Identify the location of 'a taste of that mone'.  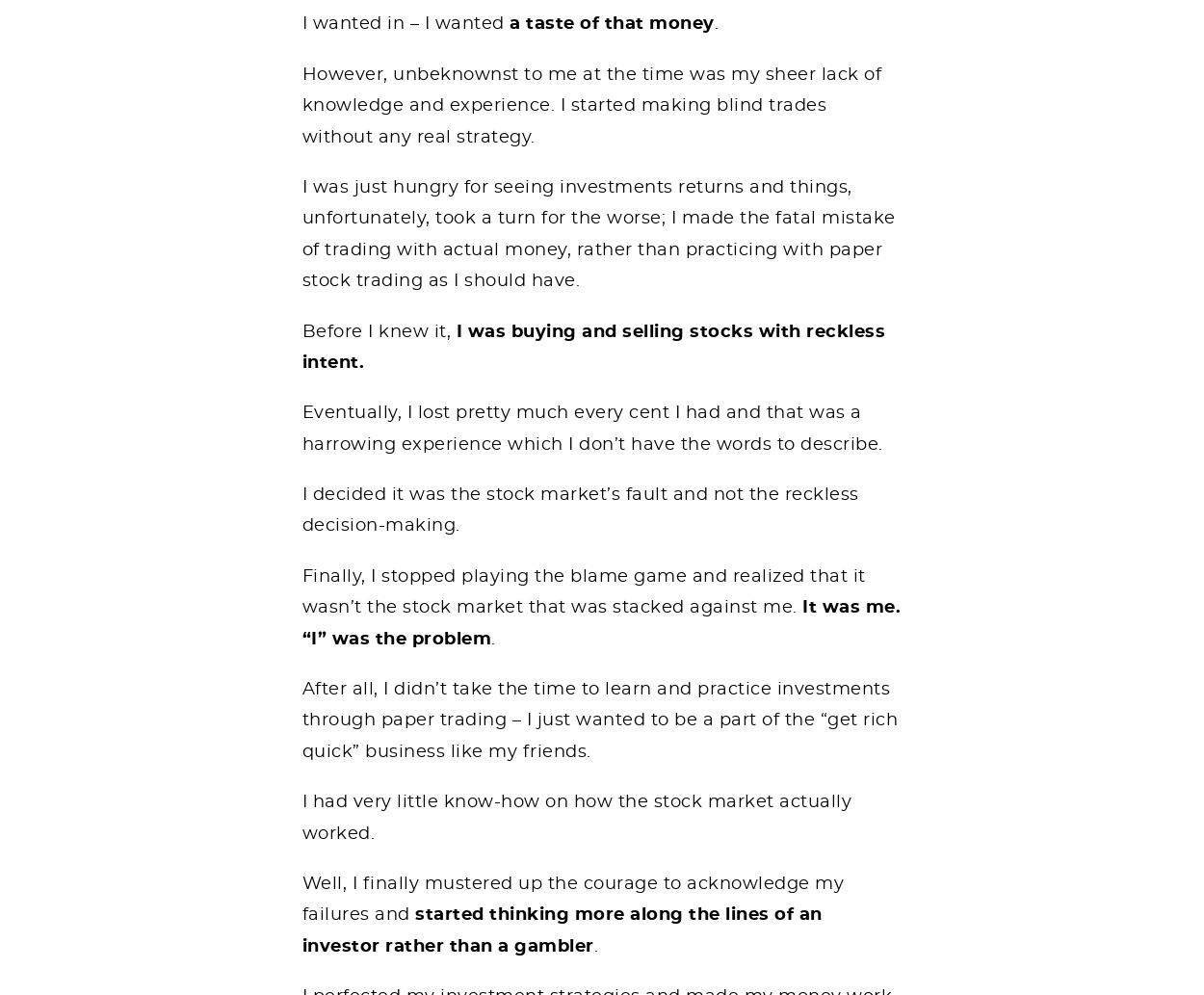
(606, 23).